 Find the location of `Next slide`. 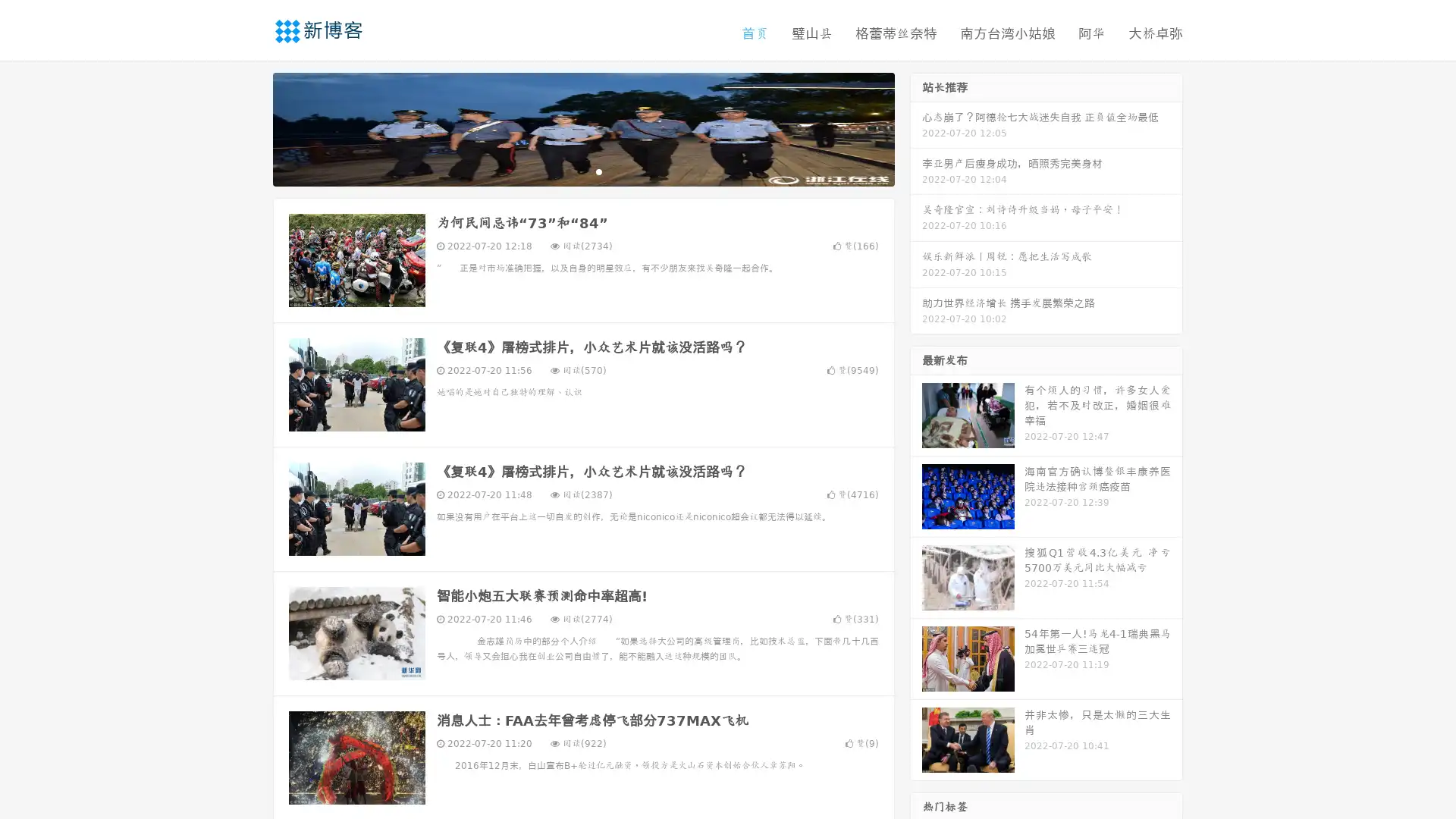

Next slide is located at coordinates (916, 127).